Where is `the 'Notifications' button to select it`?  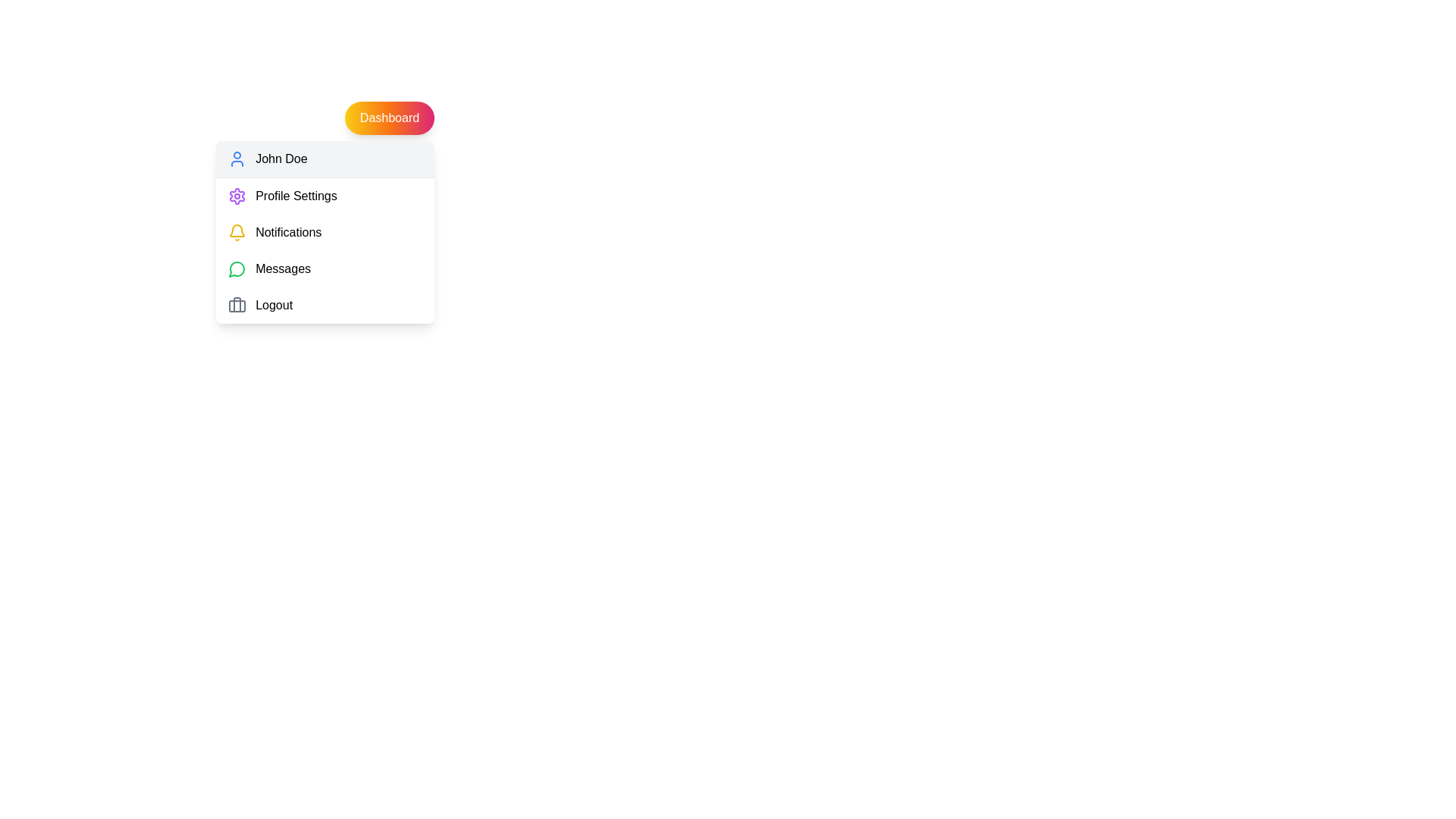
the 'Notifications' button to select it is located at coordinates (324, 233).